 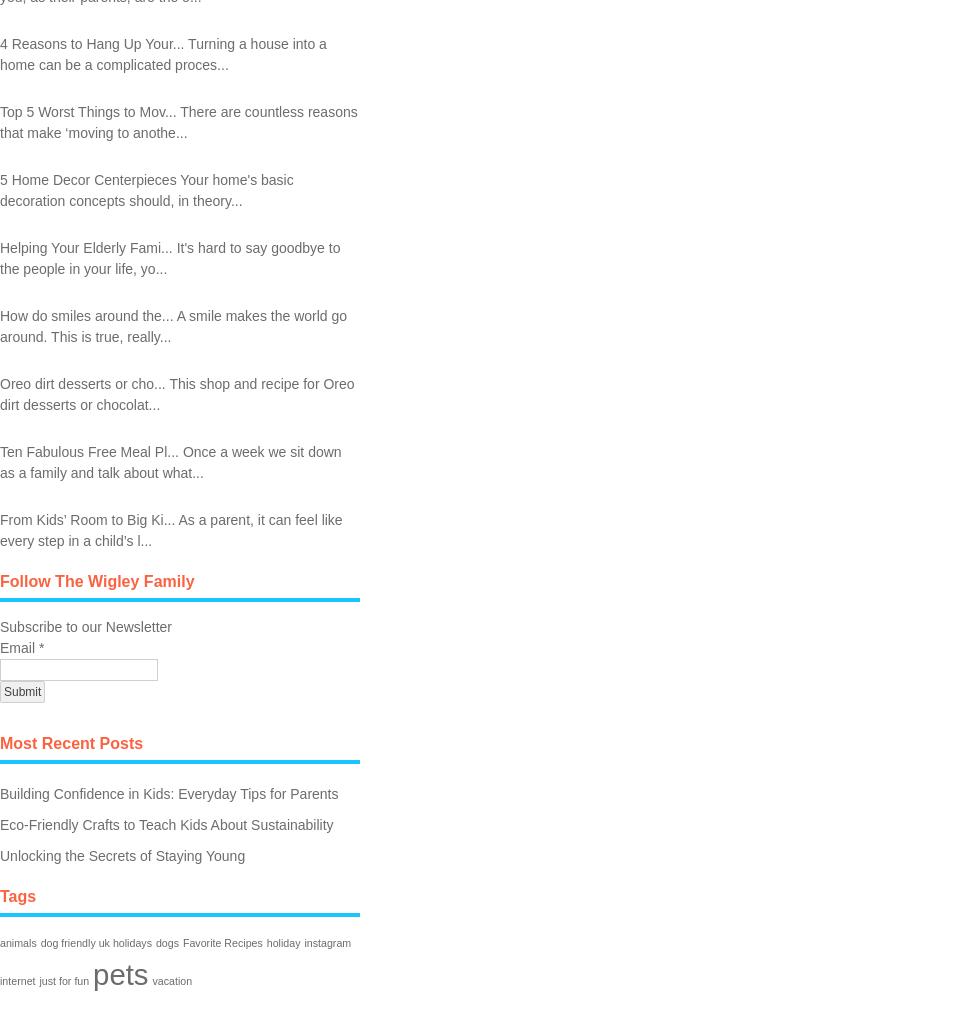 What do you see at coordinates (88, 449) in the screenshot?
I see `'Ten Fabulous Free Meal Pl...'` at bounding box center [88, 449].